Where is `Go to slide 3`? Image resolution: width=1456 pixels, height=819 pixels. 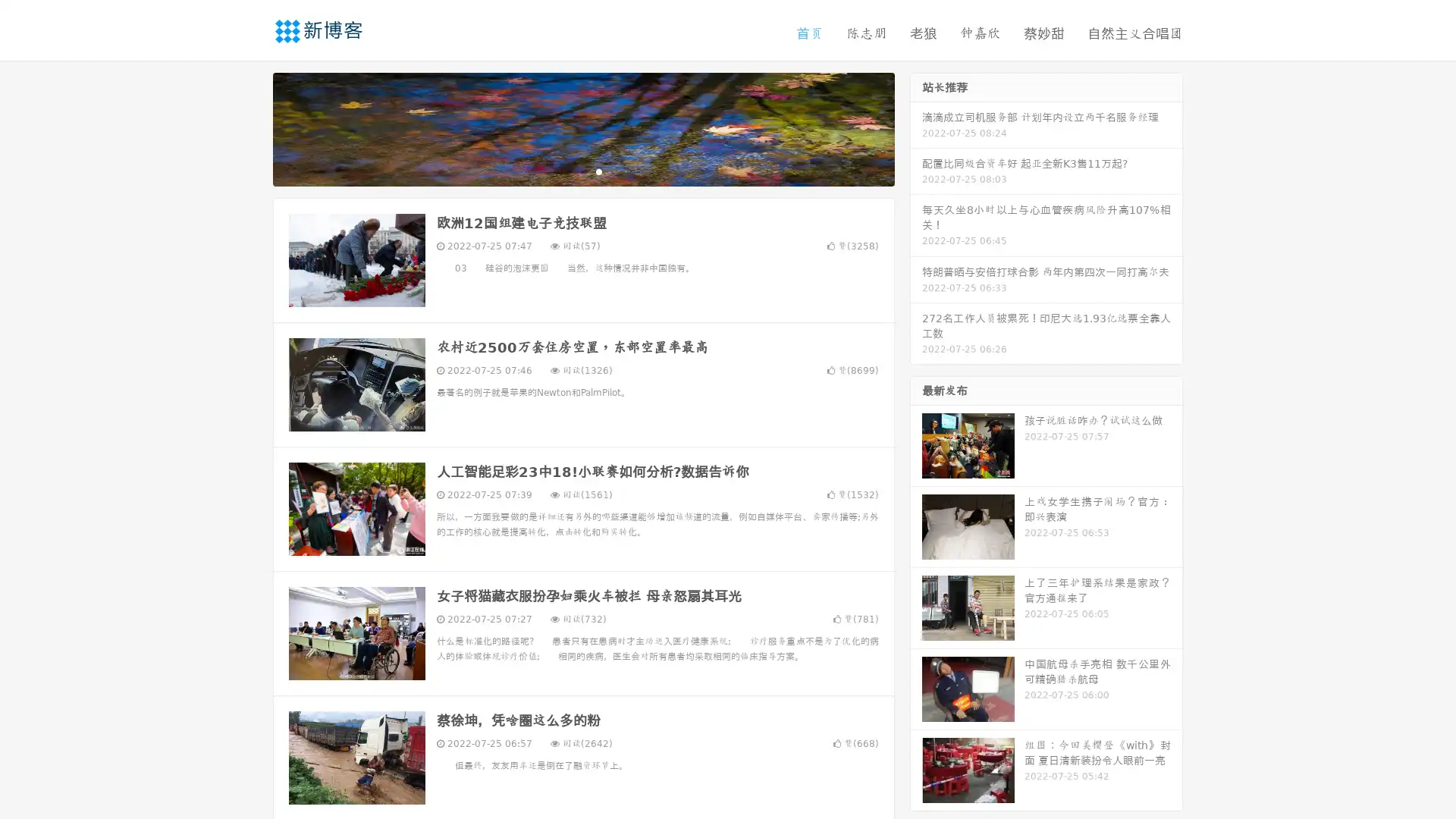
Go to slide 3 is located at coordinates (598, 171).